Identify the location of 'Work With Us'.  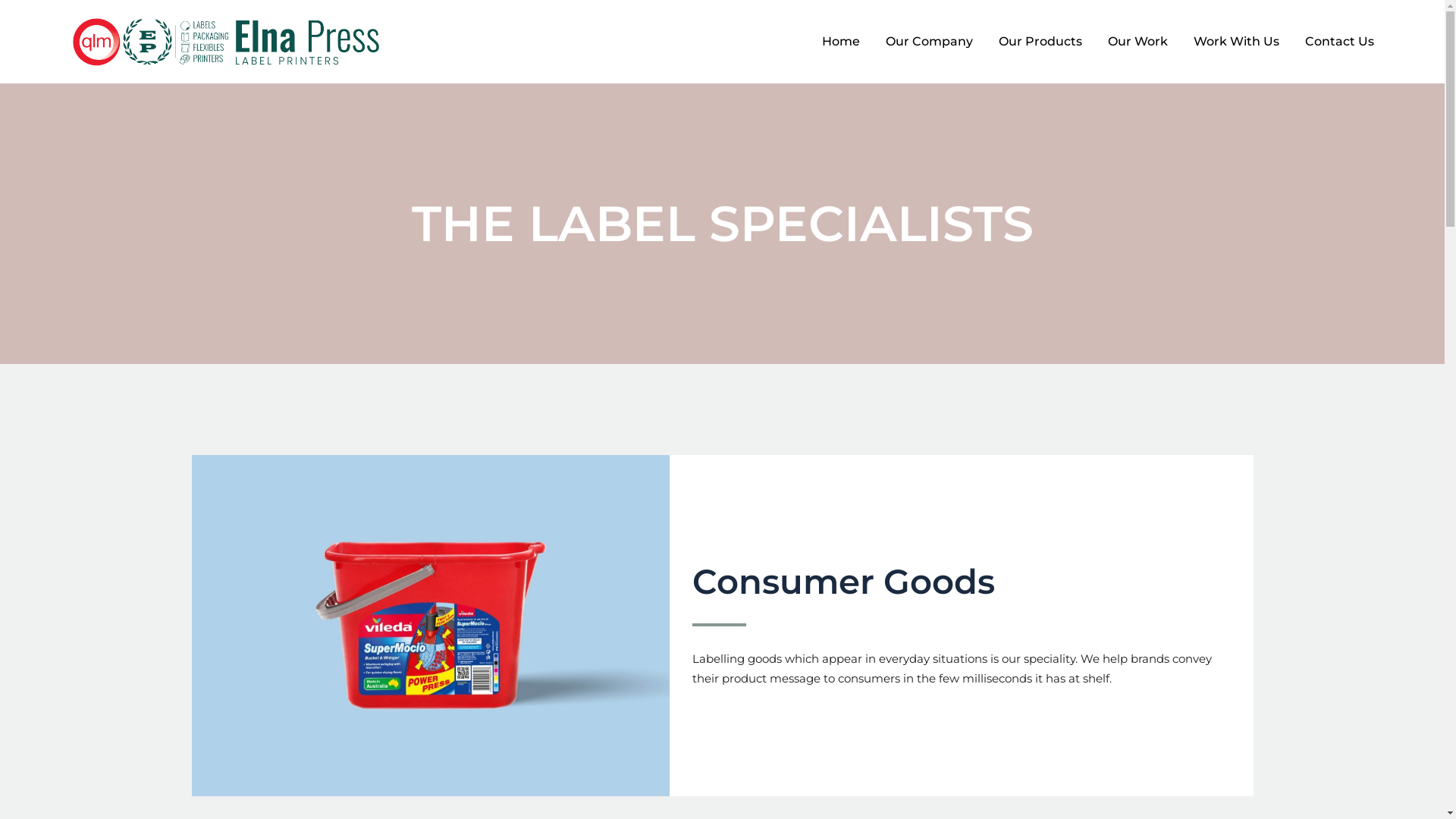
(1179, 40).